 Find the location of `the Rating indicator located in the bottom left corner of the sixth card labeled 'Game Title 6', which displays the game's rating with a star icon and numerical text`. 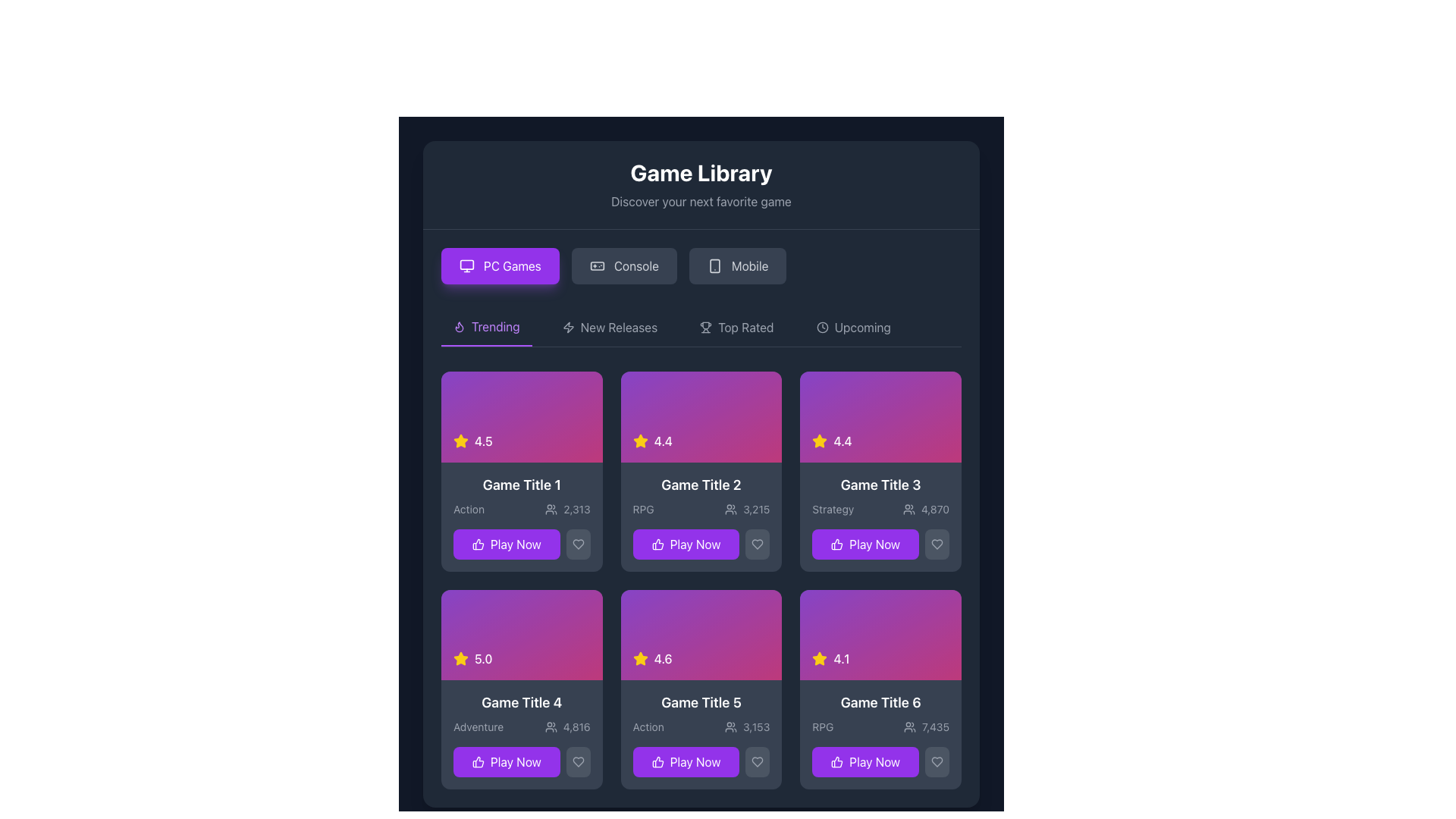

the Rating indicator located in the bottom left corner of the sixth card labeled 'Game Title 6', which displays the game's rating with a star icon and numerical text is located at coordinates (830, 658).